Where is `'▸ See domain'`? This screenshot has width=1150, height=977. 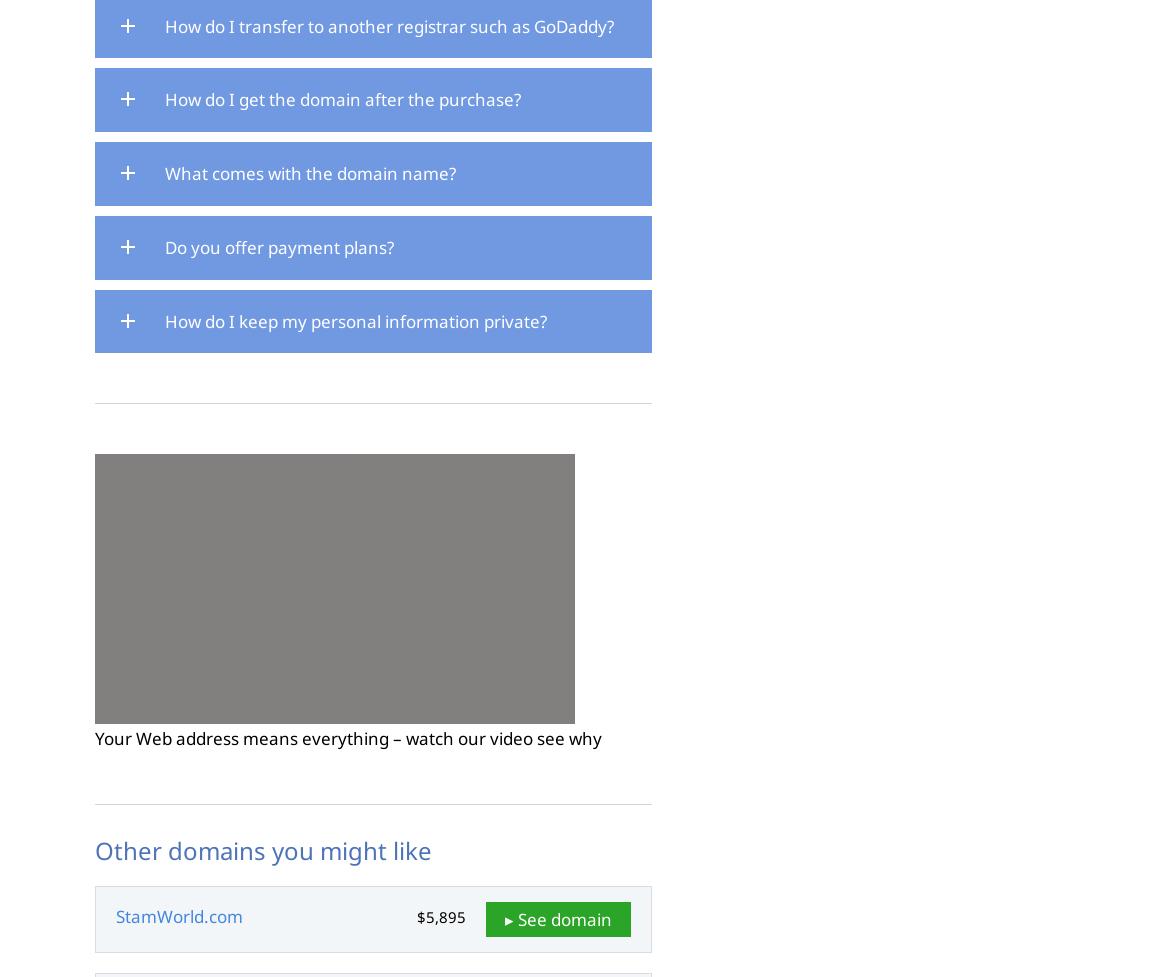
'▸ See domain' is located at coordinates (558, 917).